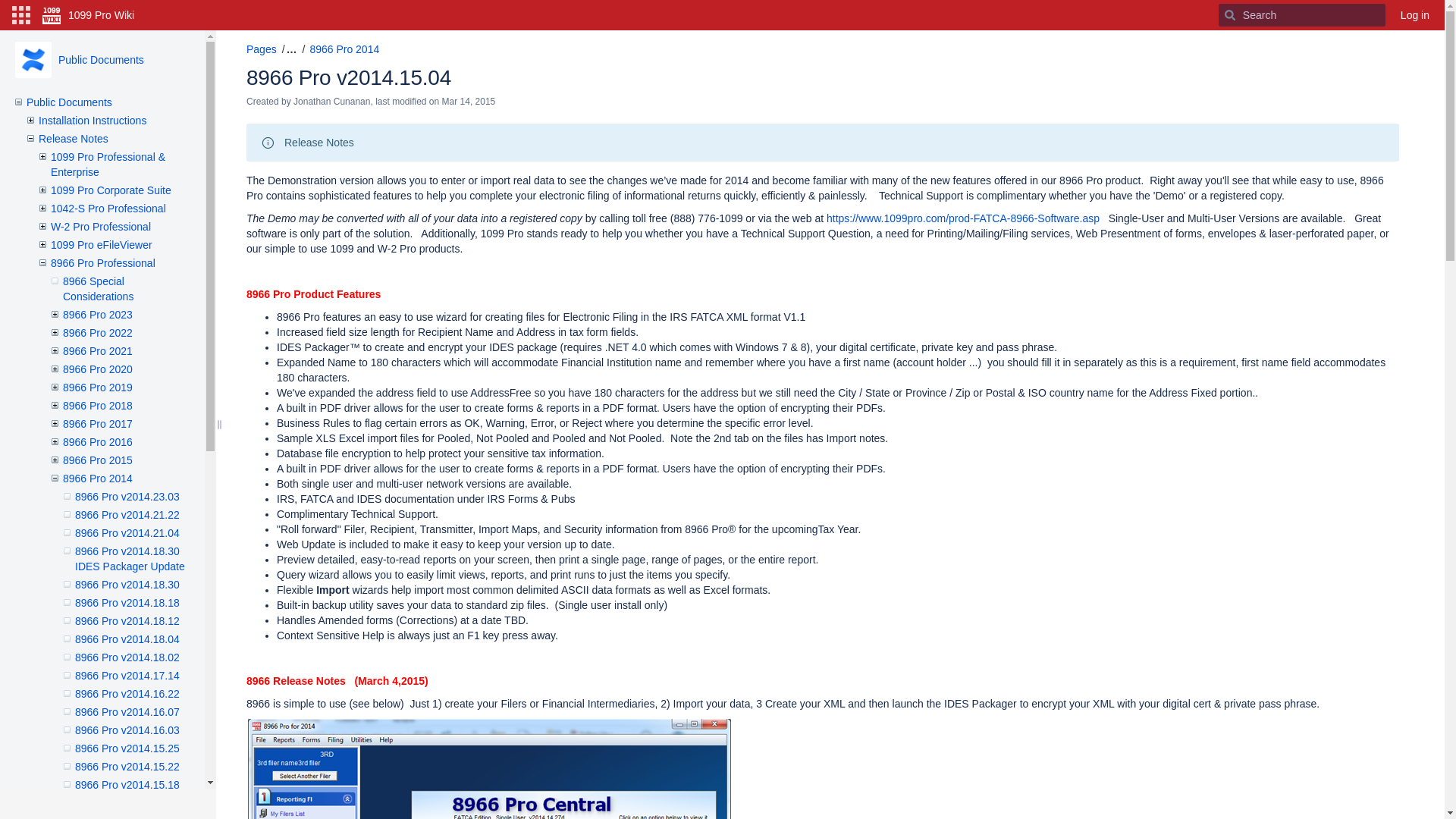  Describe the element at coordinates (348, 77) in the screenshot. I see `'8966 Pro v2014.15.04'` at that location.